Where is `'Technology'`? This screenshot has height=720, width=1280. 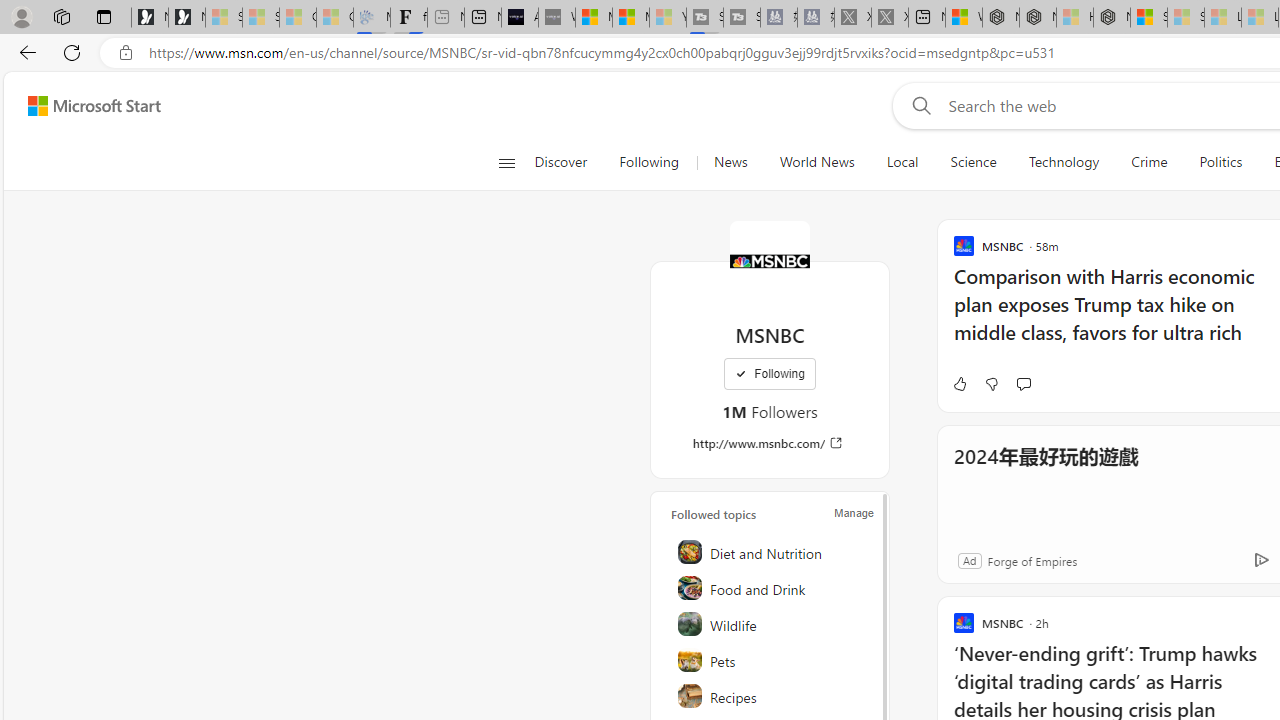 'Technology' is located at coordinates (1063, 162).